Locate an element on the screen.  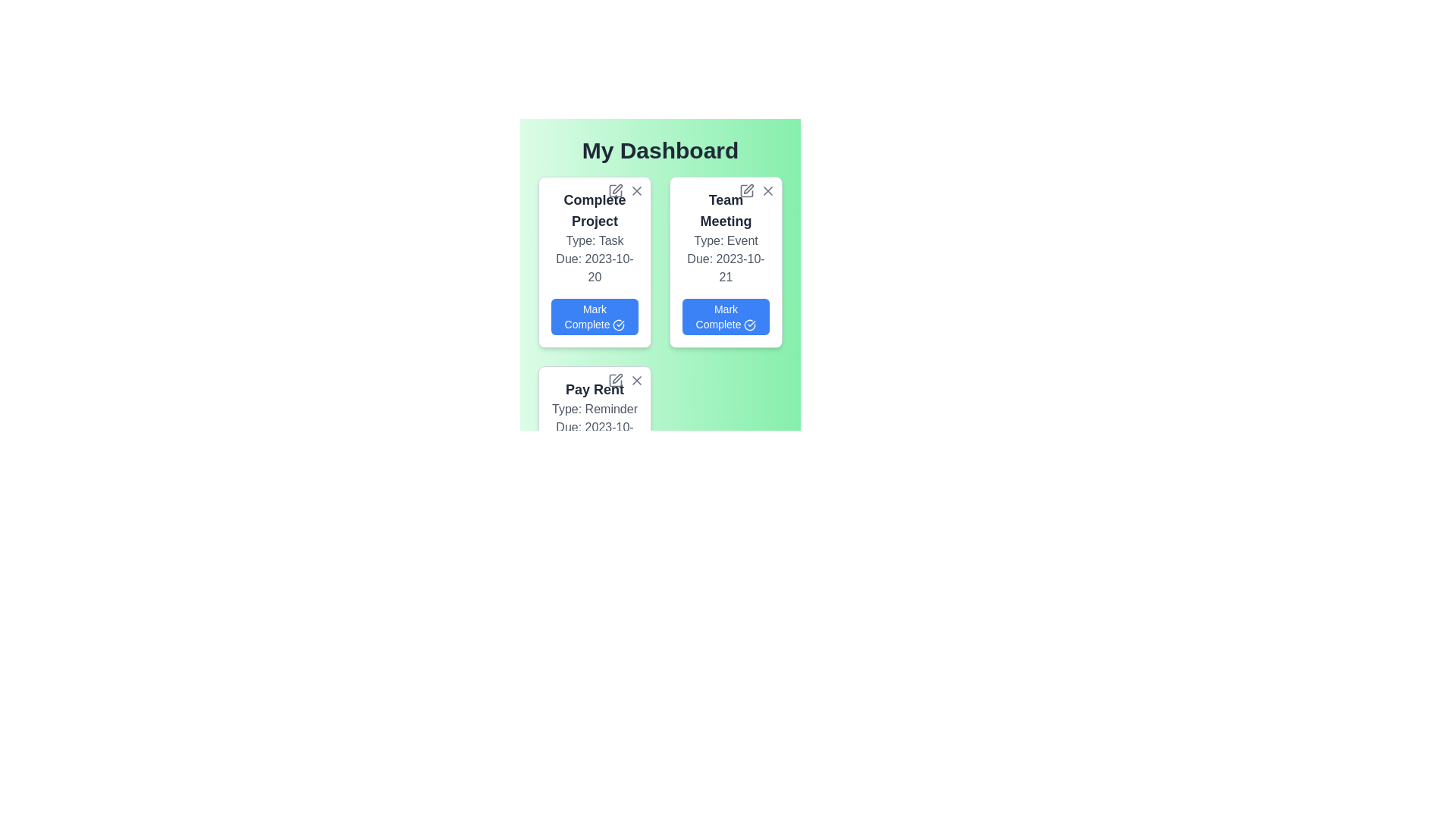
the text display that reads 'Type: Task', which is styled in gray and located beneath the title 'Complete Project' is located at coordinates (594, 240).